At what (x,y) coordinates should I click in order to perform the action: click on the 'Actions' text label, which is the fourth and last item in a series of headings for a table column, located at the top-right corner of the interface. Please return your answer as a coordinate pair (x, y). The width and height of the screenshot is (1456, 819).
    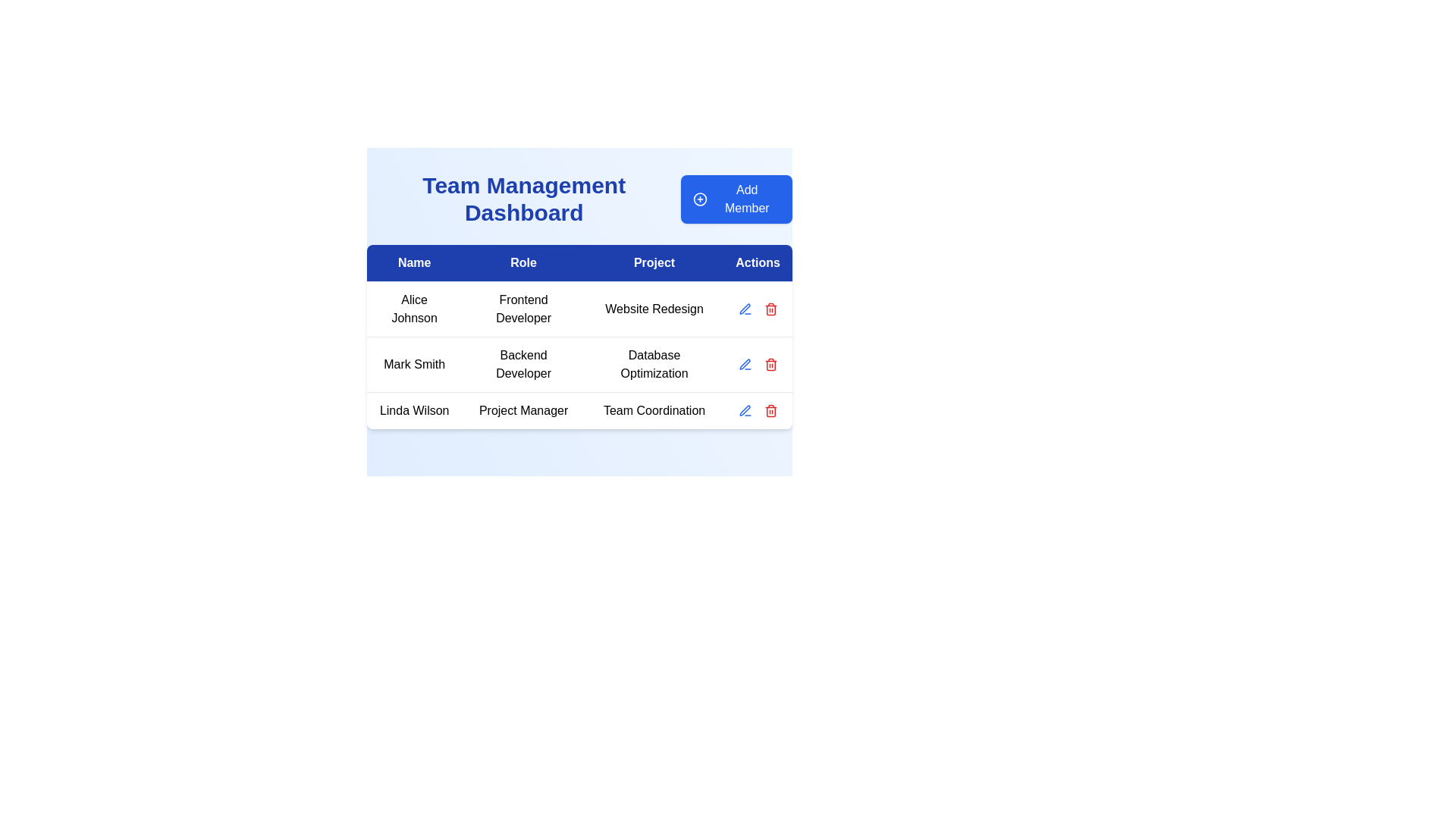
    Looking at the image, I should click on (758, 262).